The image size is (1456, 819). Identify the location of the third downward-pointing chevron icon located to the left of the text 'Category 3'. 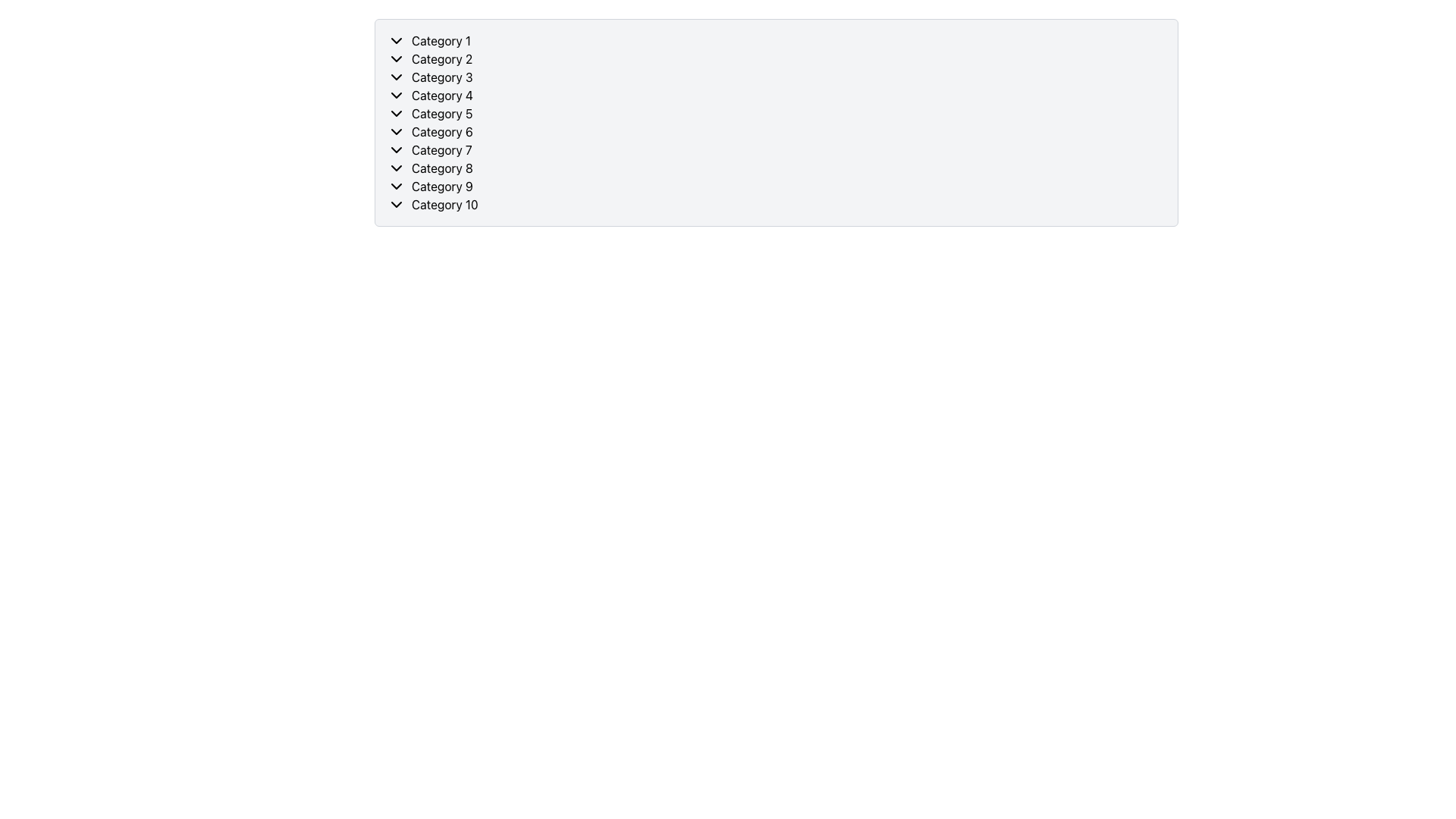
(397, 77).